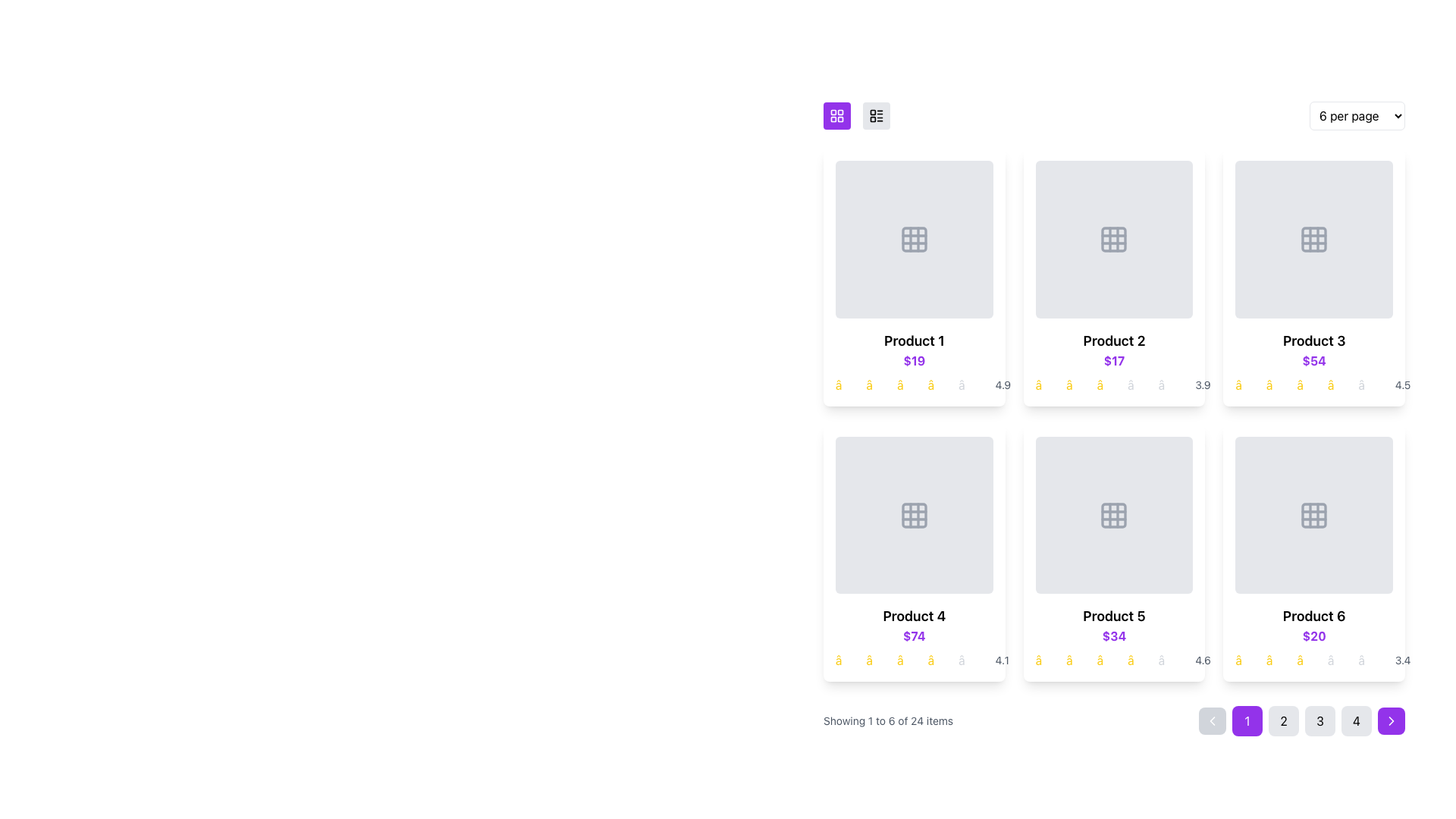 This screenshot has width=1456, height=819. Describe the element at coordinates (1143, 384) in the screenshot. I see `the fourth star icon in the star rating system for 'Product 2'` at that location.